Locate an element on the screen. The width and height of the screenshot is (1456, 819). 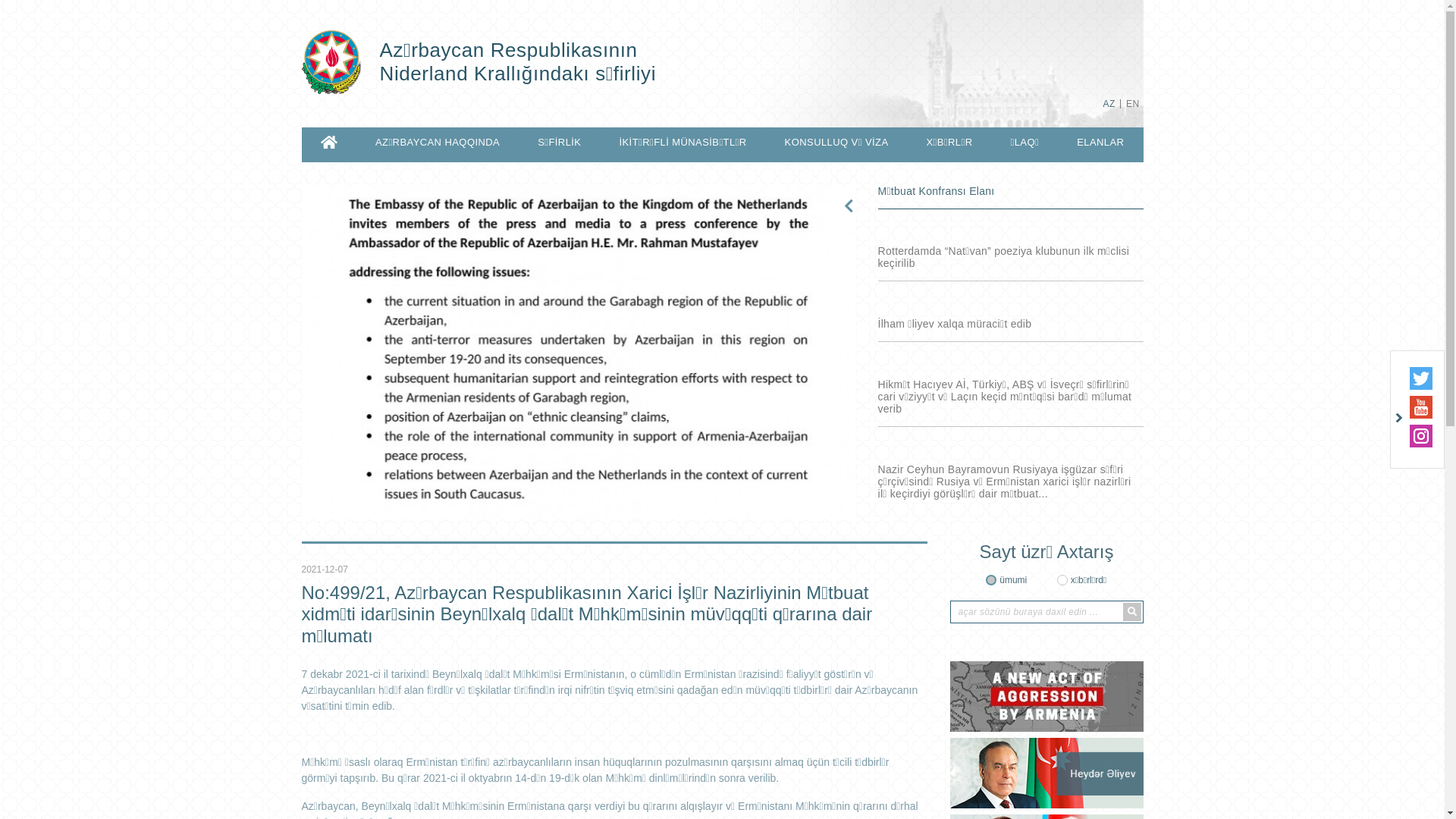
'AZ' is located at coordinates (1109, 103).